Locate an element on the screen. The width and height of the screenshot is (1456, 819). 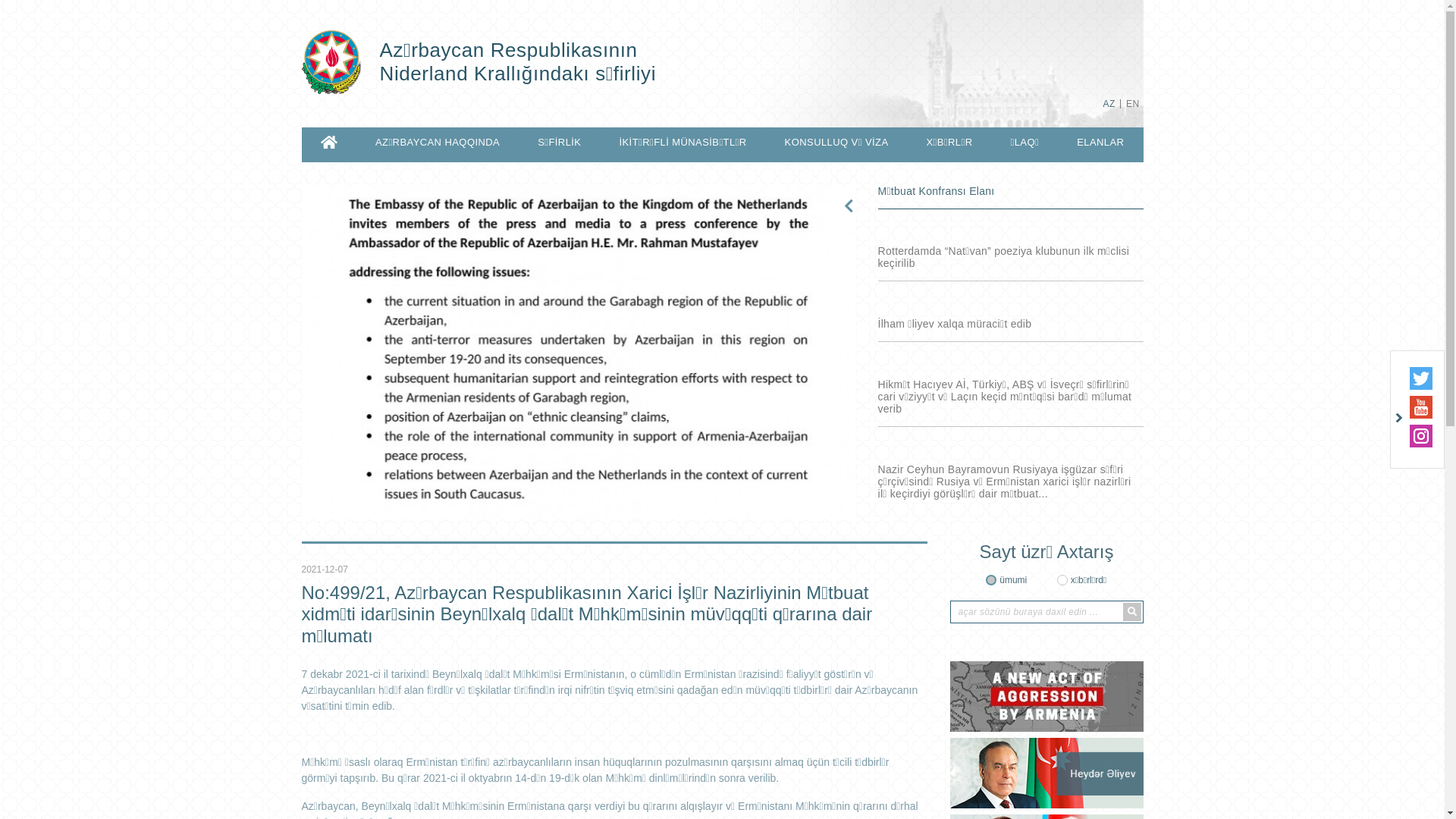
'AZ' is located at coordinates (1109, 103).